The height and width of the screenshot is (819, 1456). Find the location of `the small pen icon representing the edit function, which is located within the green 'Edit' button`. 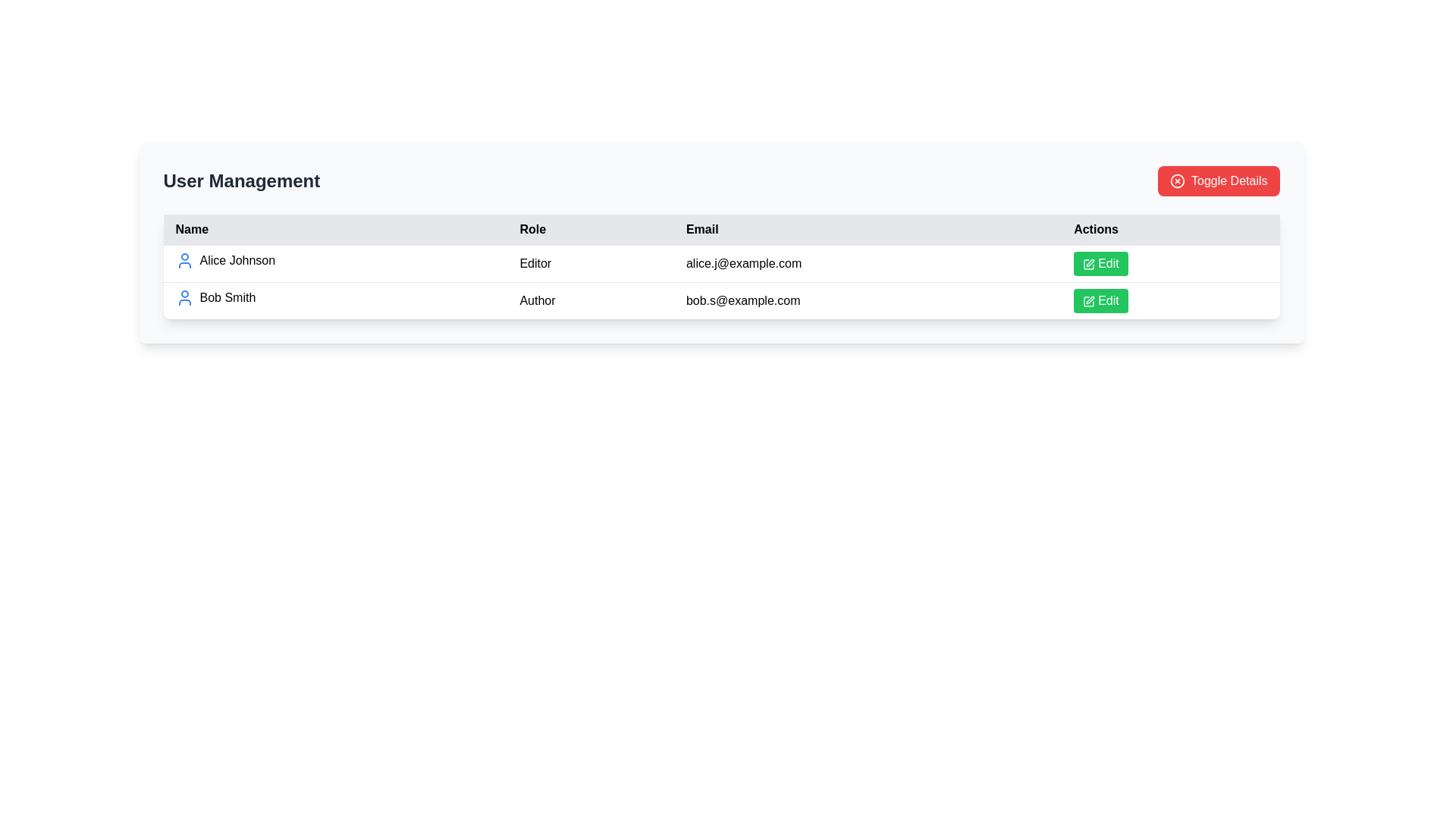

the small pen icon representing the edit function, which is located within the green 'Edit' button is located at coordinates (1088, 263).